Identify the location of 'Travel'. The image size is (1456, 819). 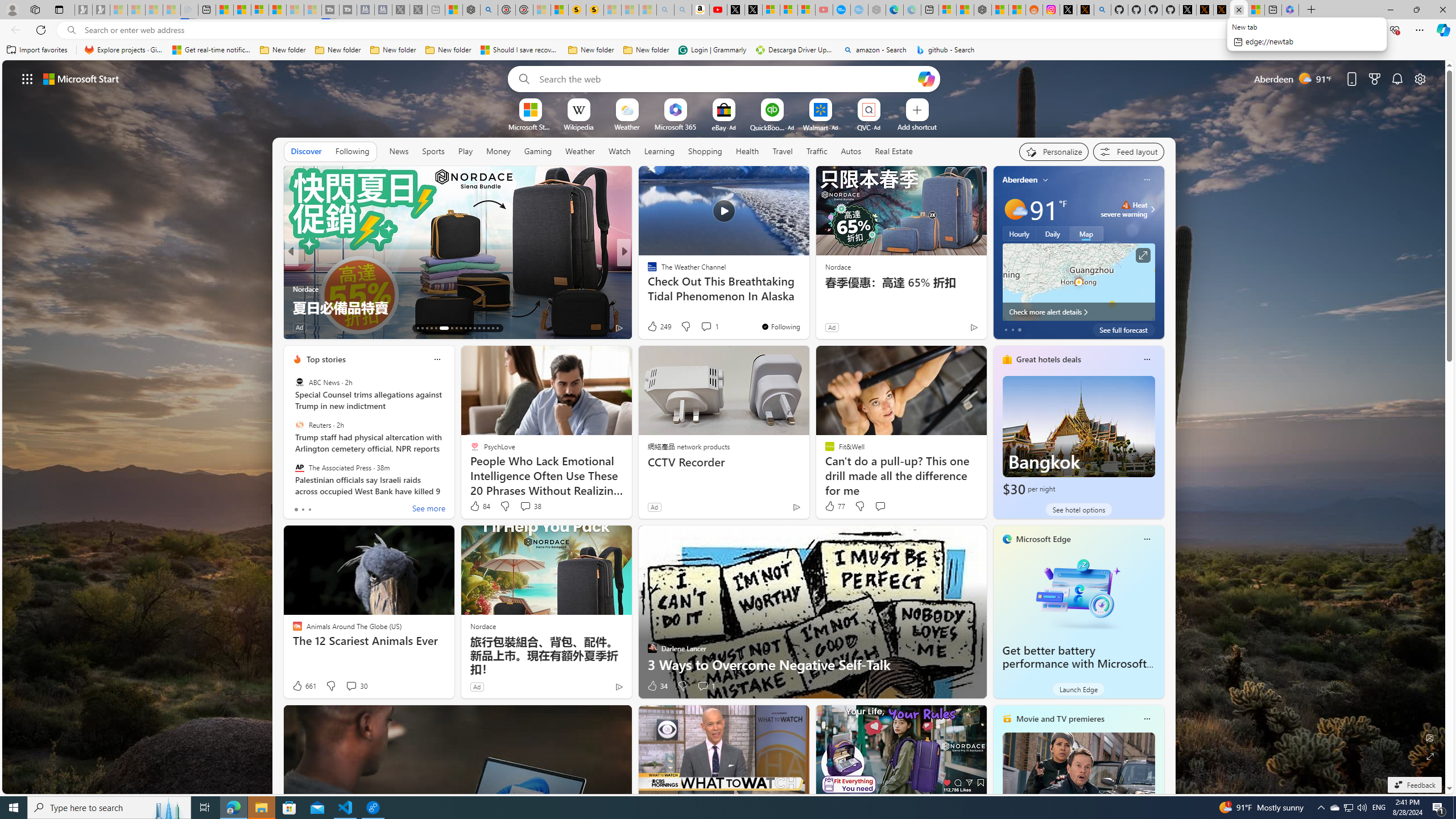
(782, 151).